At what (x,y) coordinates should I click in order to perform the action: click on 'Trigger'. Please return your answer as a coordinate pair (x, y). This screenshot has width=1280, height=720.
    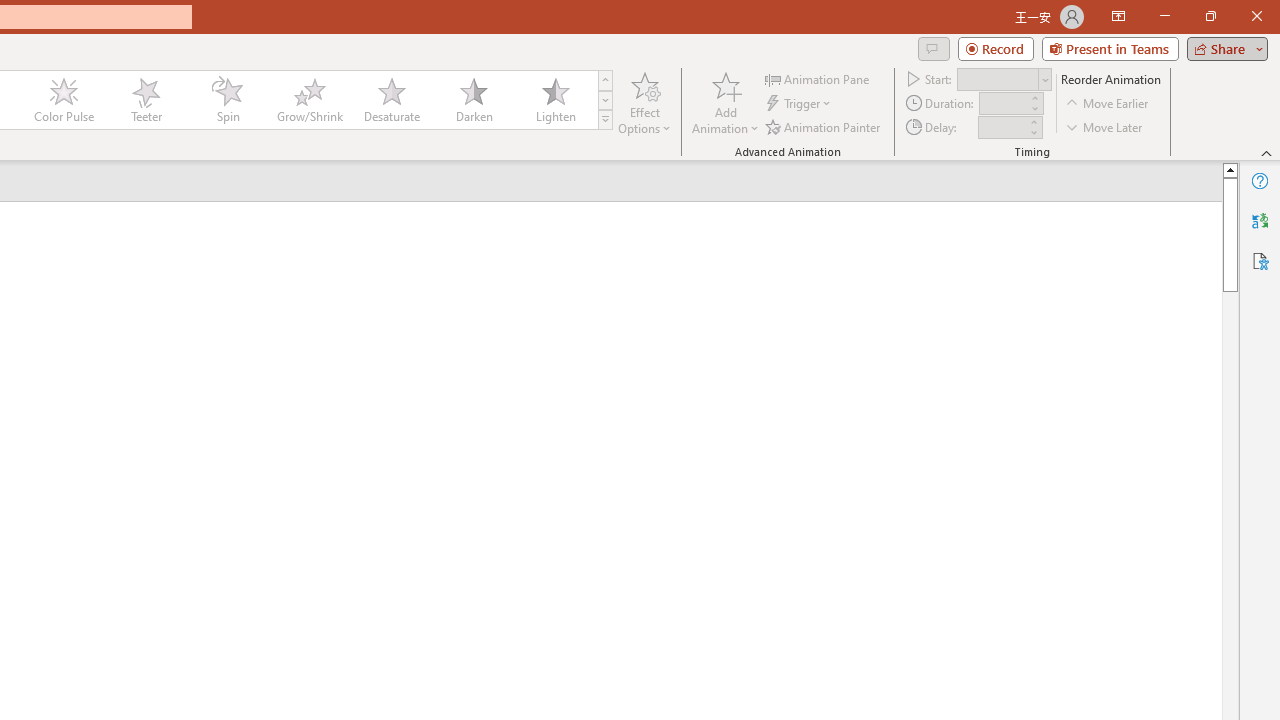
    Looking at the image, I should click on (800, 103).